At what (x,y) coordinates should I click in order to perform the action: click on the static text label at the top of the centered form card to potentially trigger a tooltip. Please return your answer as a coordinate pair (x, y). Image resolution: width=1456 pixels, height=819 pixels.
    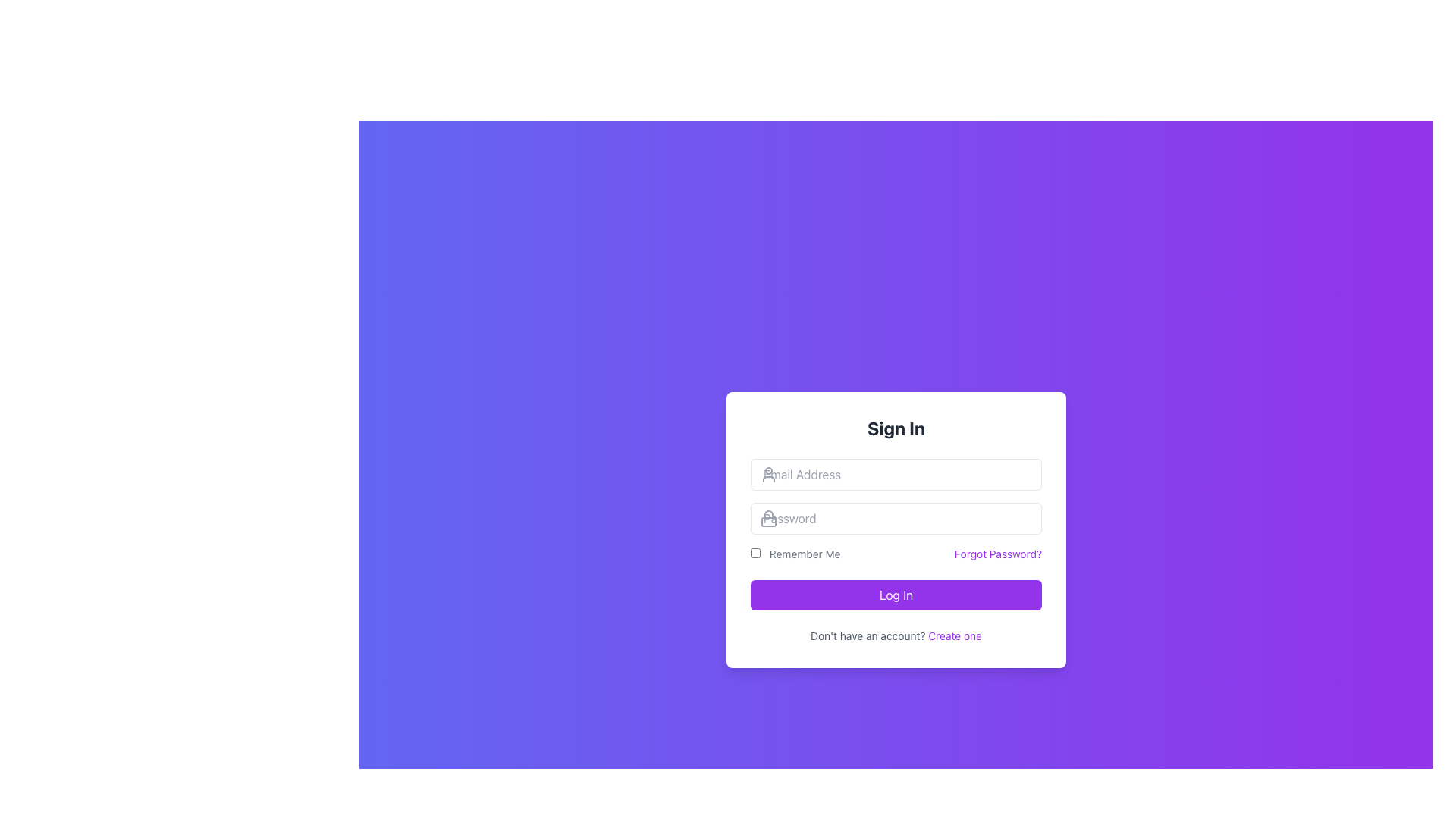
    Looking at the image, I should click on (896, 428).